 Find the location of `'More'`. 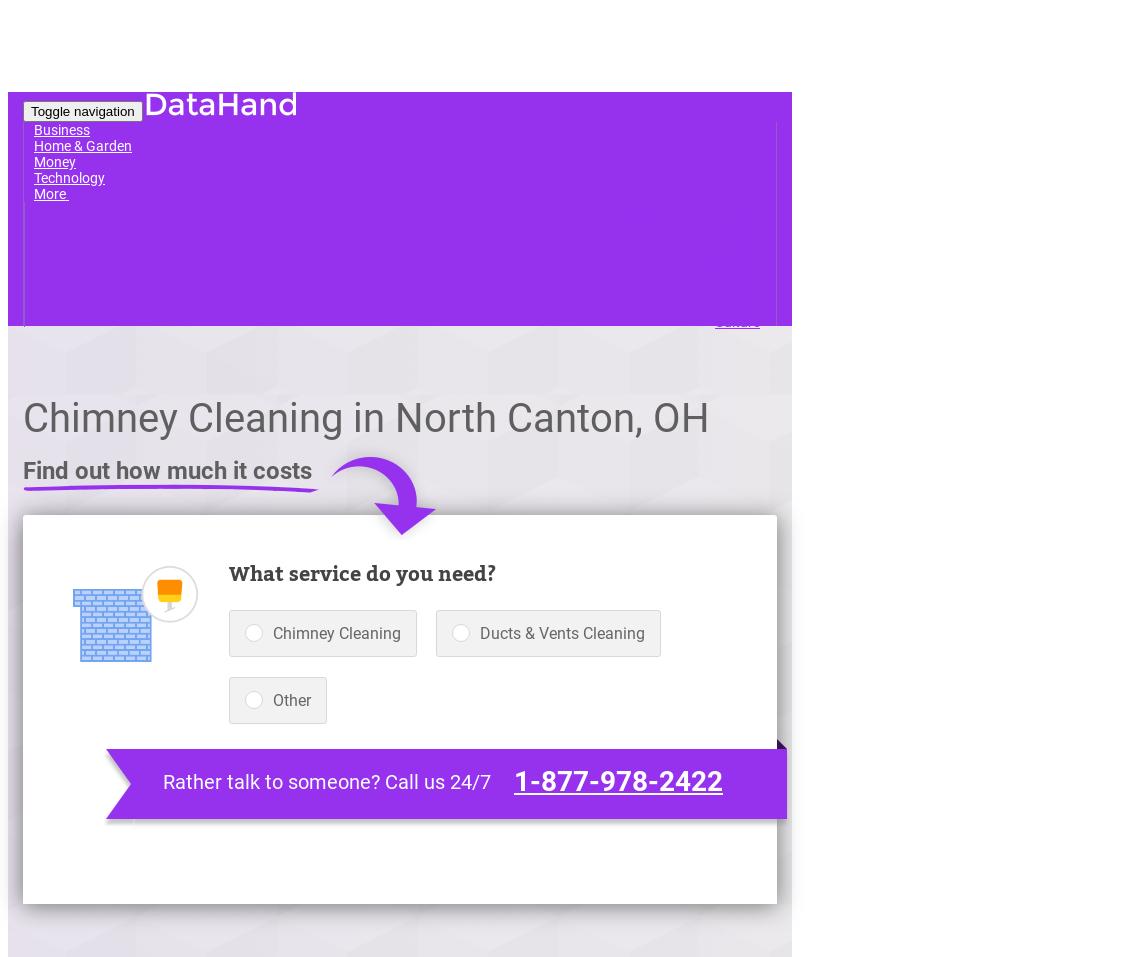

'More' is located at coordinates (51, 192).